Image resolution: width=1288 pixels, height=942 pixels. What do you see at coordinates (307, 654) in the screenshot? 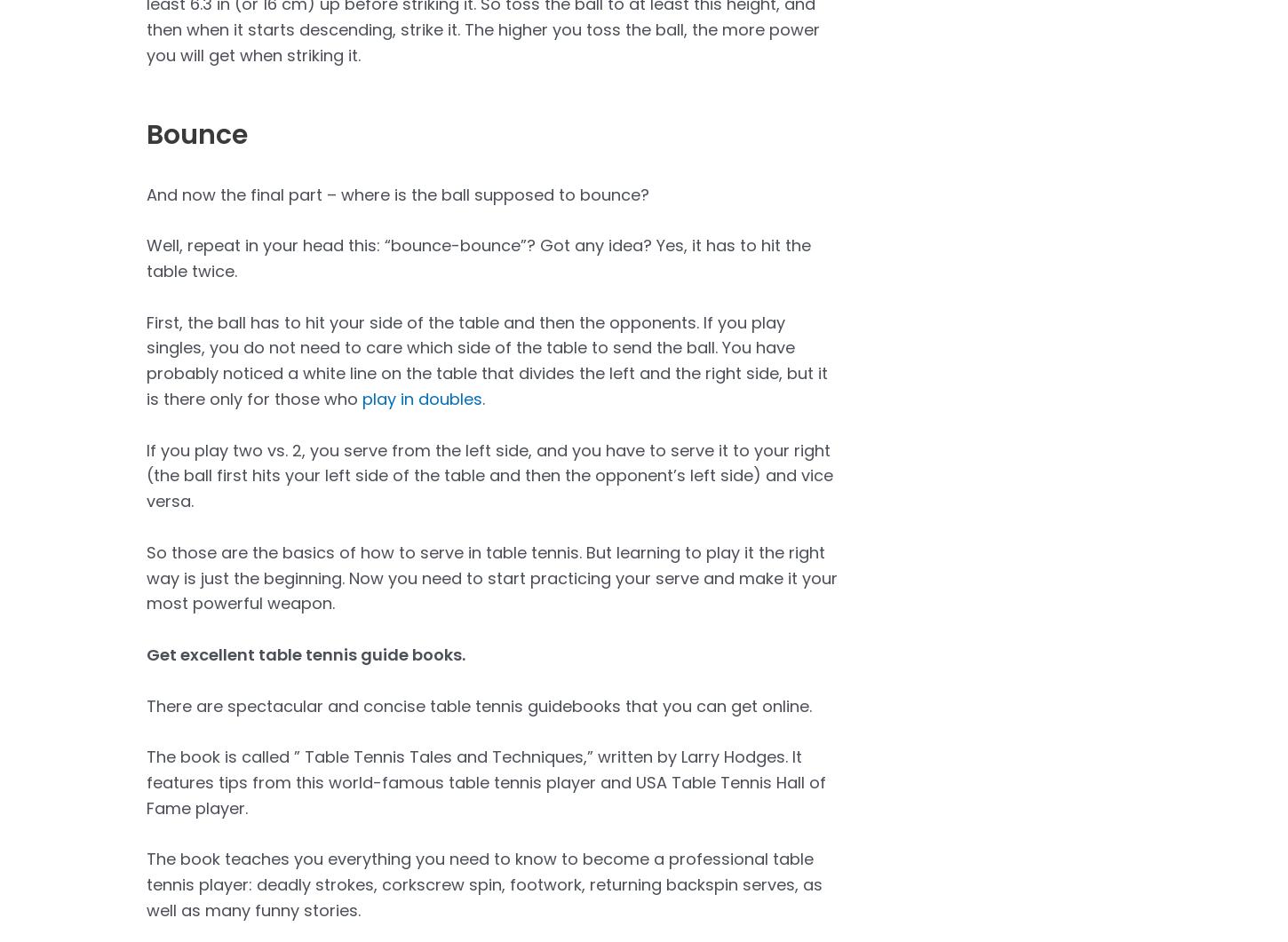
I see `'Get excellent table tennis guide books.'` at bounding box center [307, 654].